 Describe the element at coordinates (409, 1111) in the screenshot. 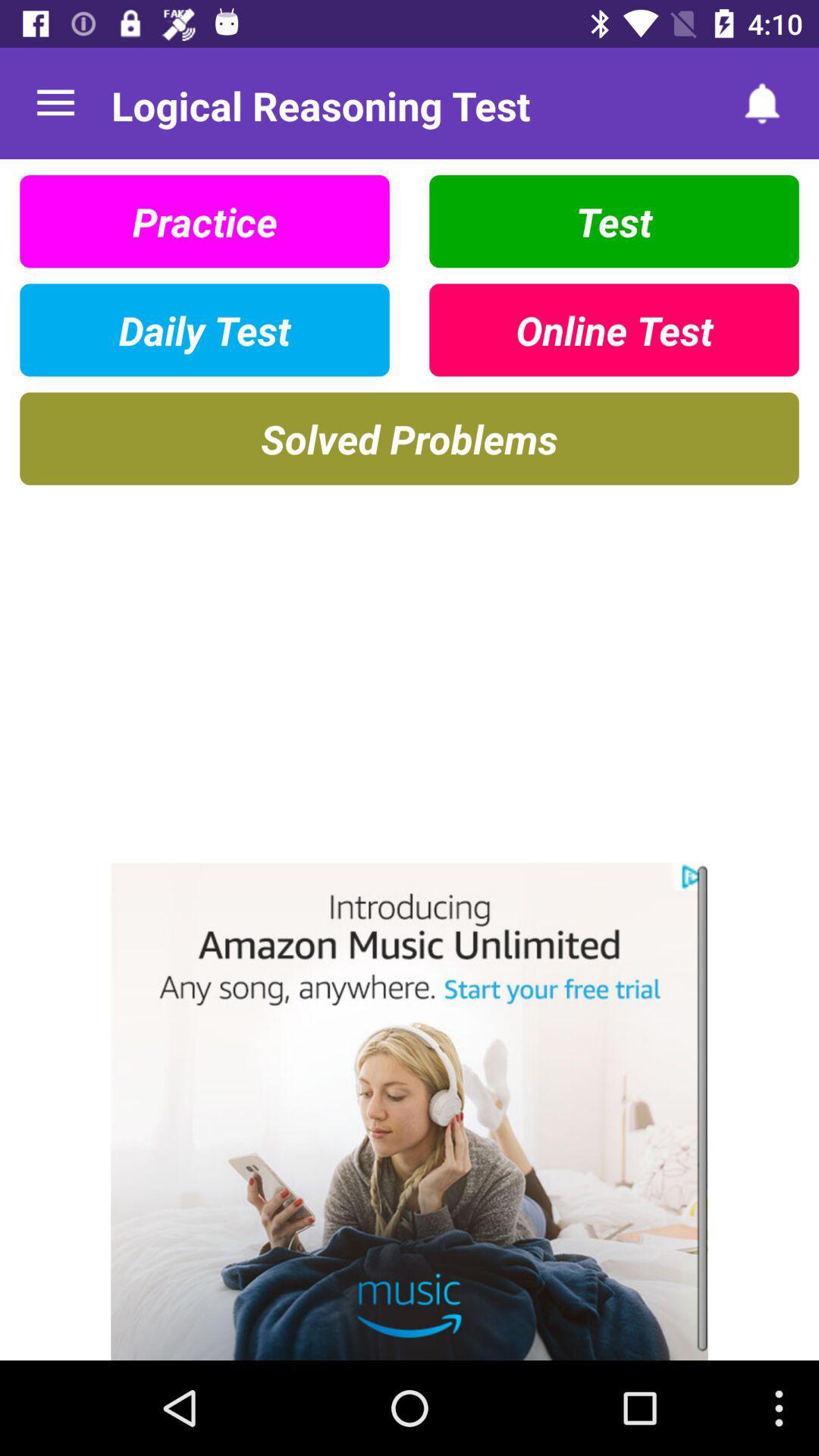

I see `advertisement` at that location.